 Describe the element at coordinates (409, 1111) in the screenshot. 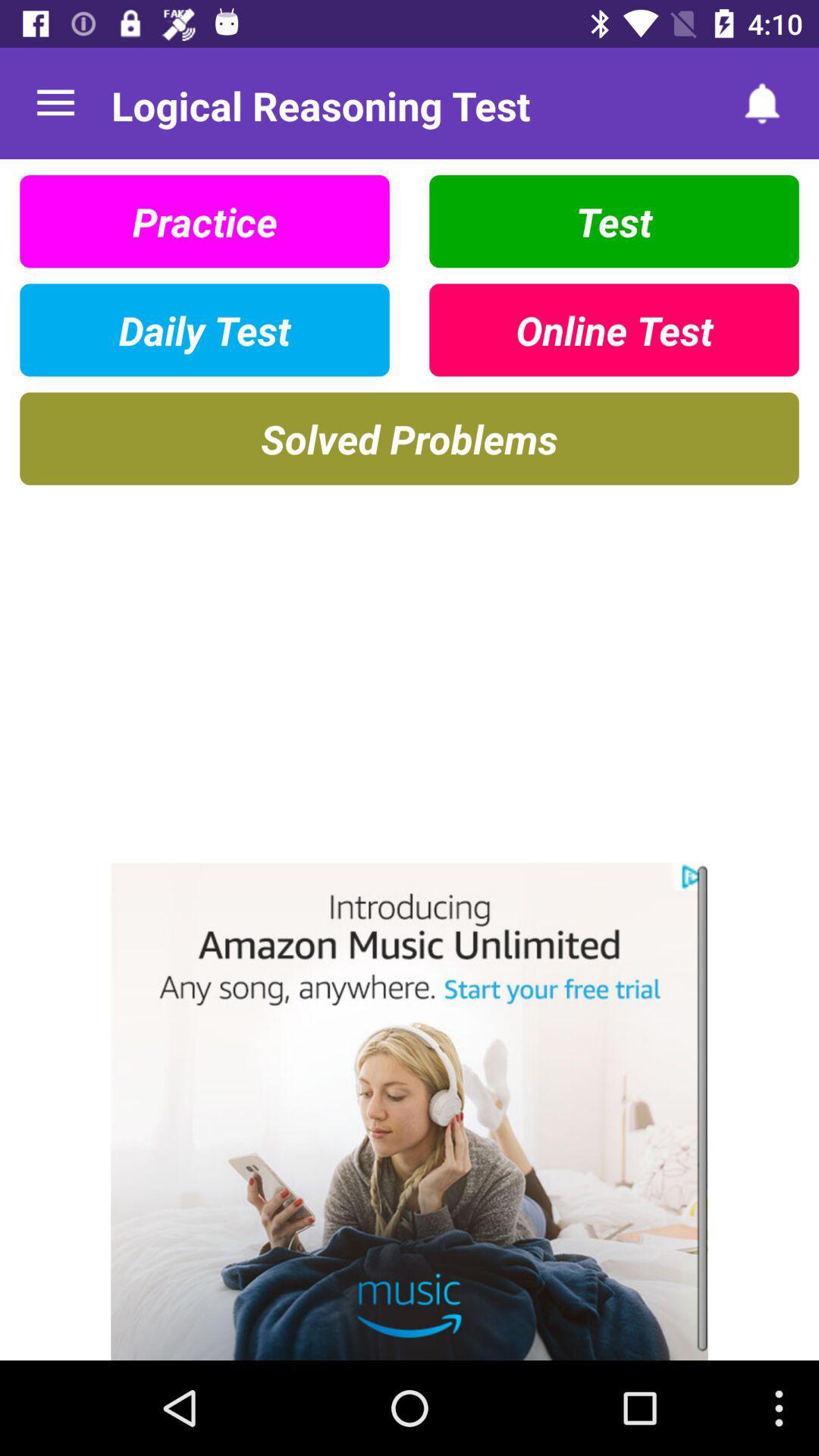

I see `advertisement` at that location.